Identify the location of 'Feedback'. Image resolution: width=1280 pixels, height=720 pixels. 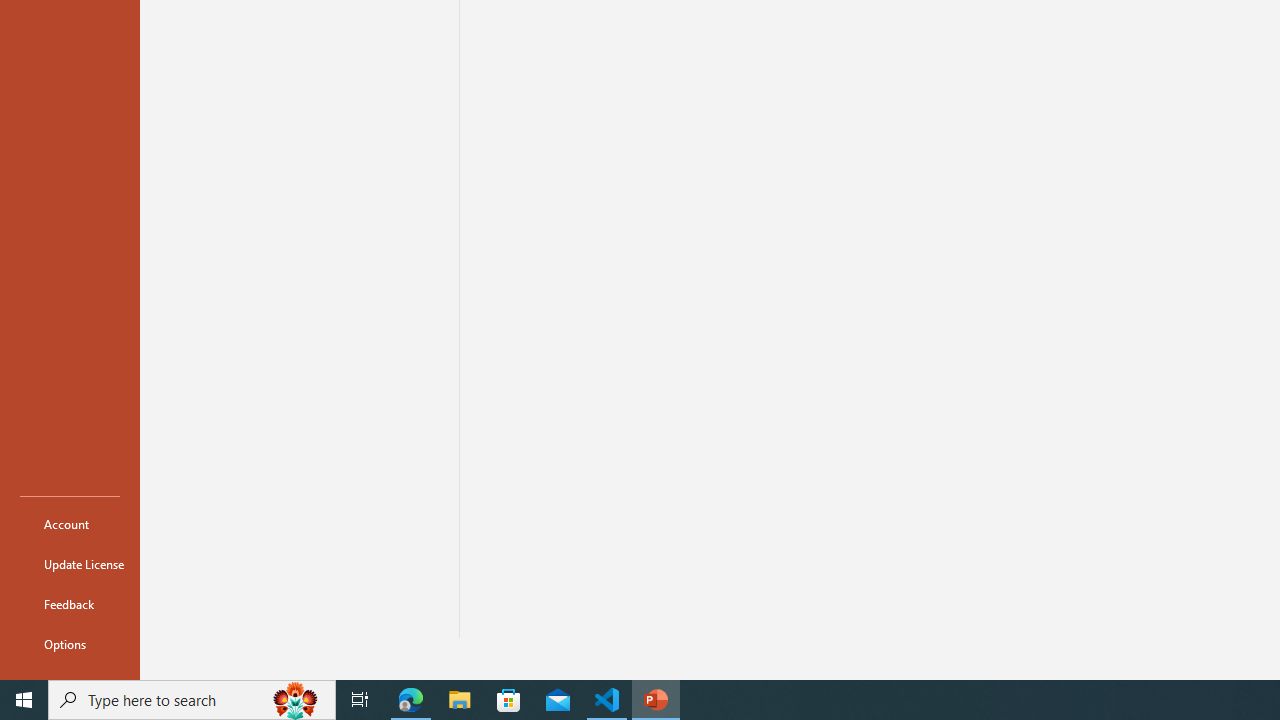
(69, 603).